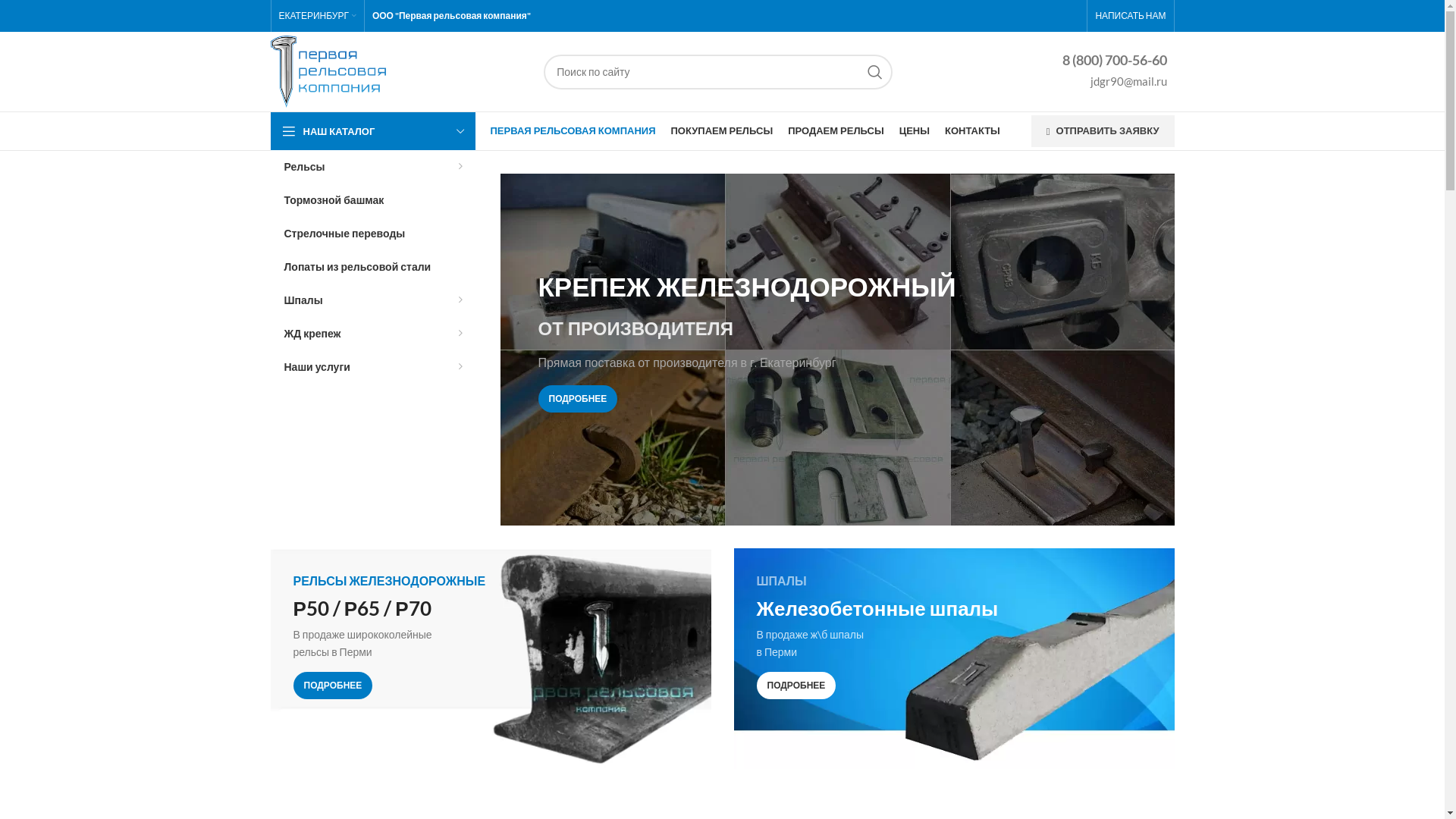 This screenshot has height=819, width=1456. I want to click on '8 (800) 700-56-60', so click(1113, 63).